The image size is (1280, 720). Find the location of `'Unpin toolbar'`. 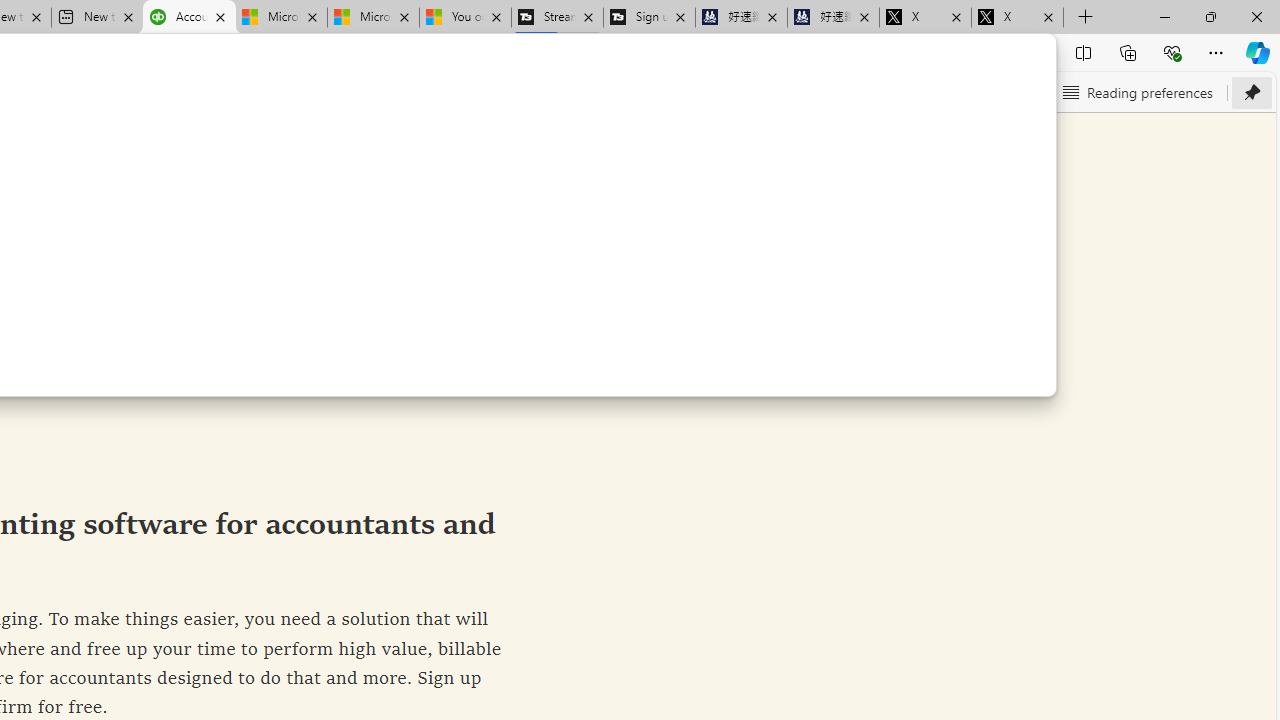

'Unpin toolbar' is located at coordinates (1251, 92).